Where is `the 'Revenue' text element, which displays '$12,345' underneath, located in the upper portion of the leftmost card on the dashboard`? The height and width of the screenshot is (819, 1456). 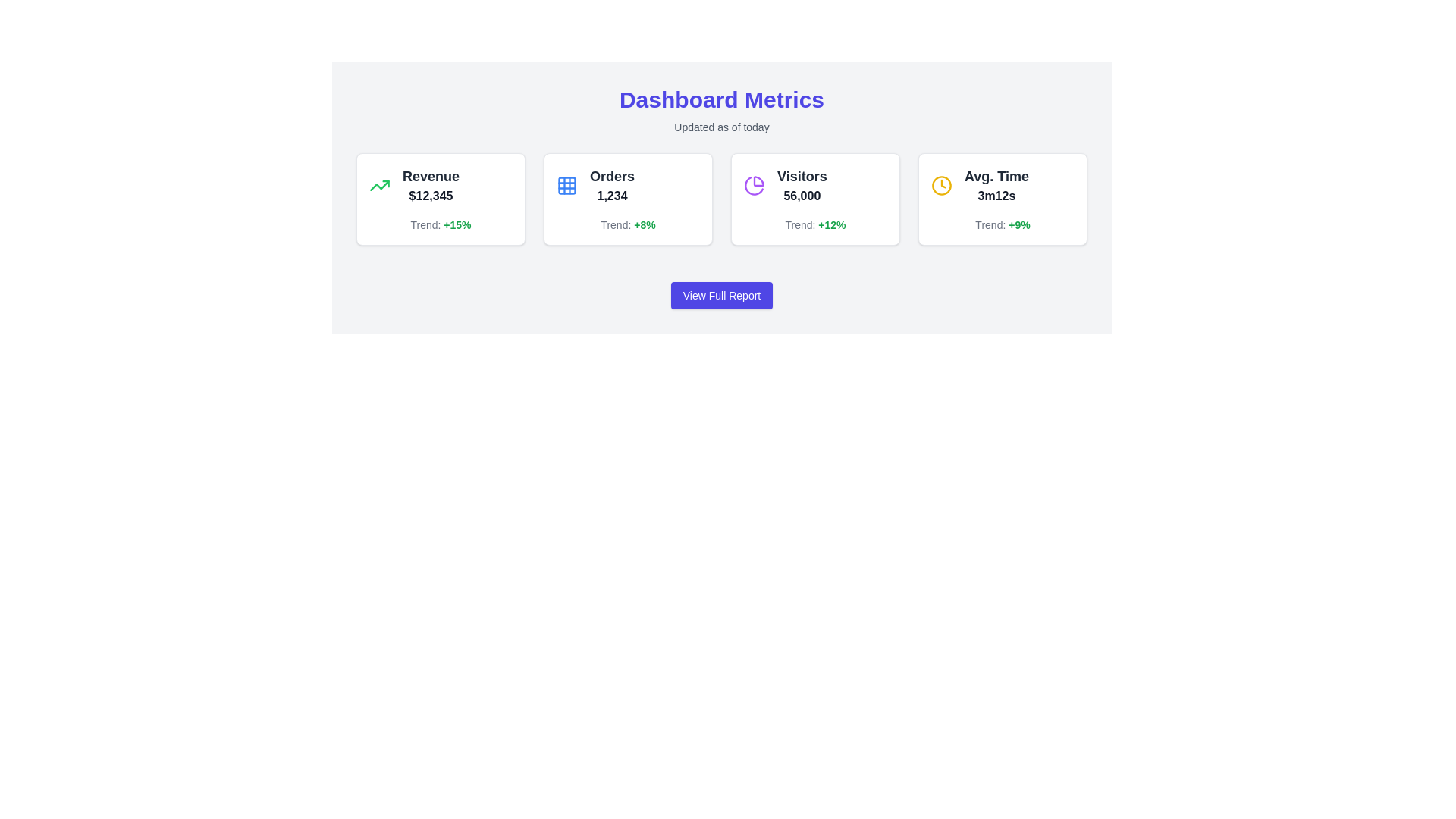
the 'Revenue' text element, which displays '$12,345' underneath, located in the upper portion of the leftmost card on the dashboard is located at coordinates (430, 185).